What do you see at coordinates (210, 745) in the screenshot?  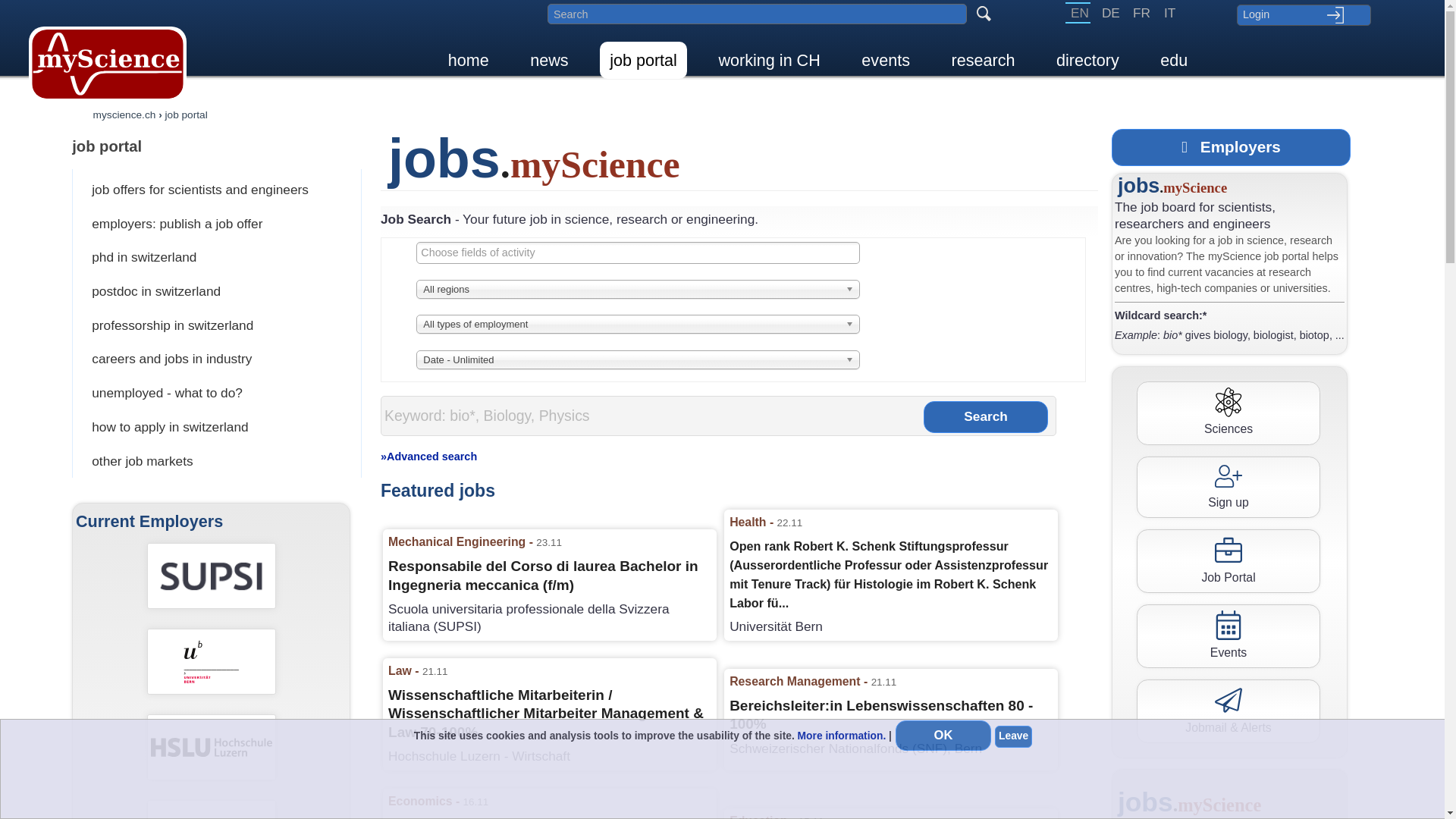 I see `'Hochschule Luzern - Wirtschaft'` at bounding box center [210, 745].